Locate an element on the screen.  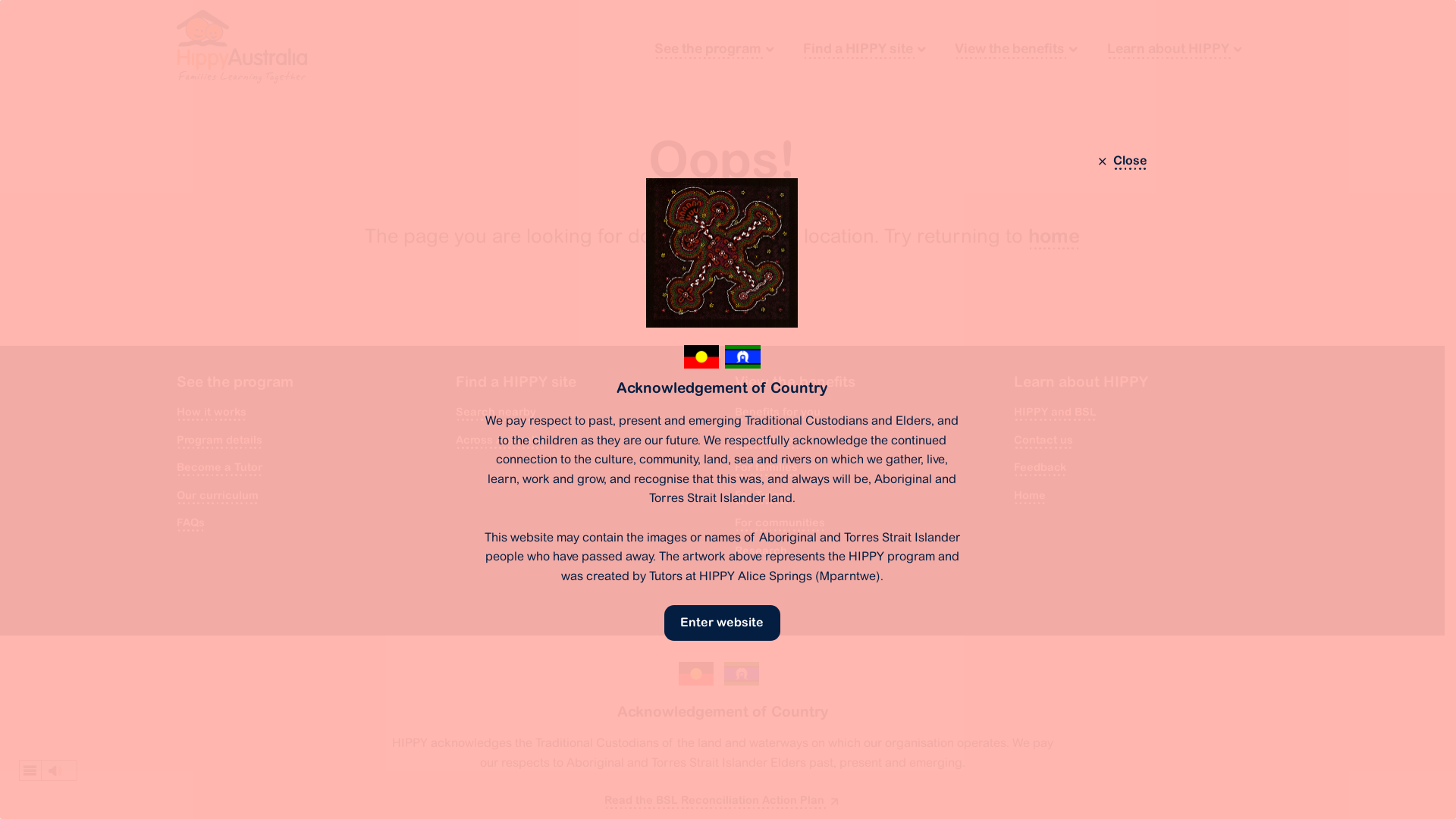
'Enter website' is located at coordinates (720, 623).